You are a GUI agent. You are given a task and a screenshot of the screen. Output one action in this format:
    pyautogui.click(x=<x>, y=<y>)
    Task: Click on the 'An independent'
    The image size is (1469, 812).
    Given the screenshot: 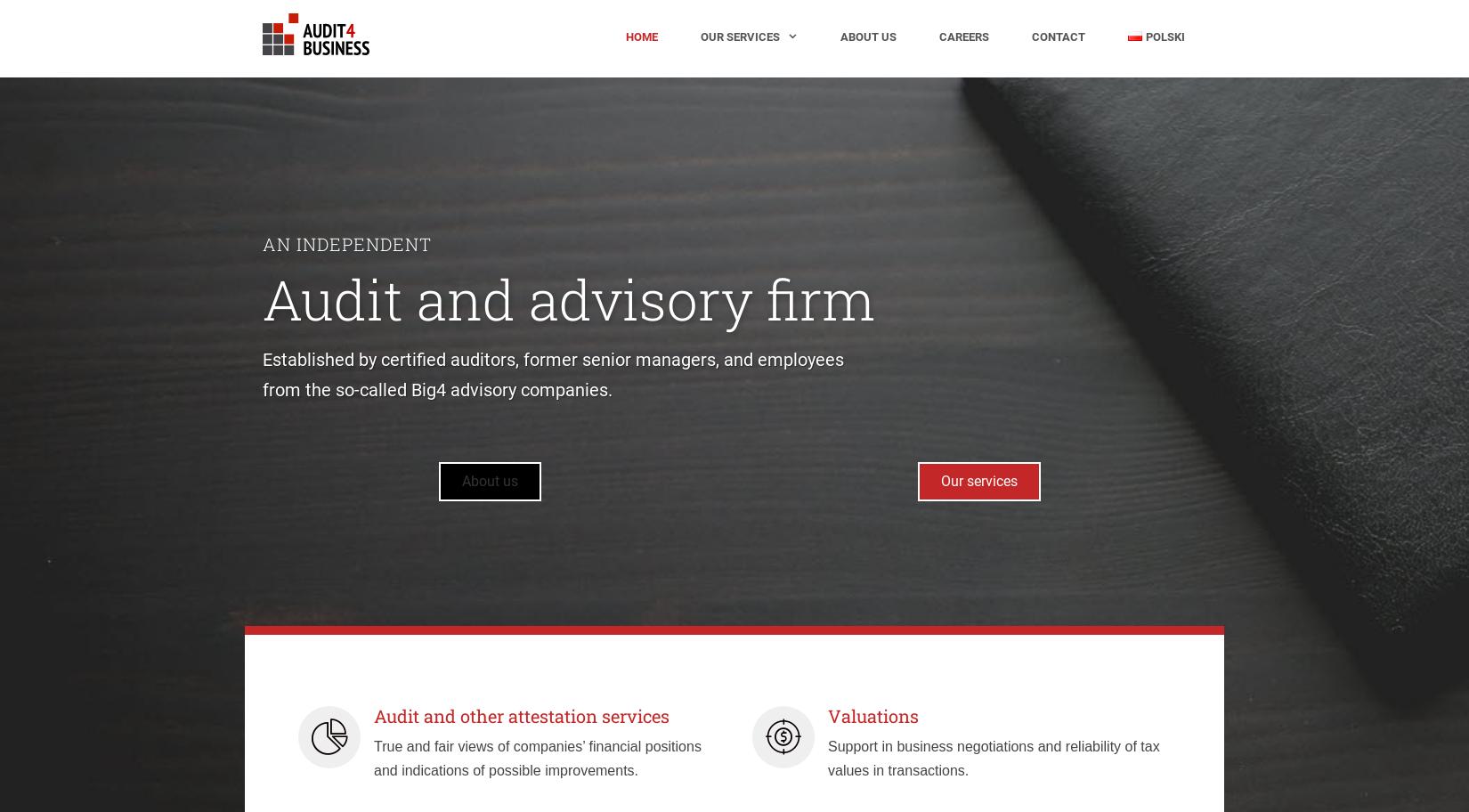 What is the action you would take?
    pyautogui.click(x=347, y=242)
    